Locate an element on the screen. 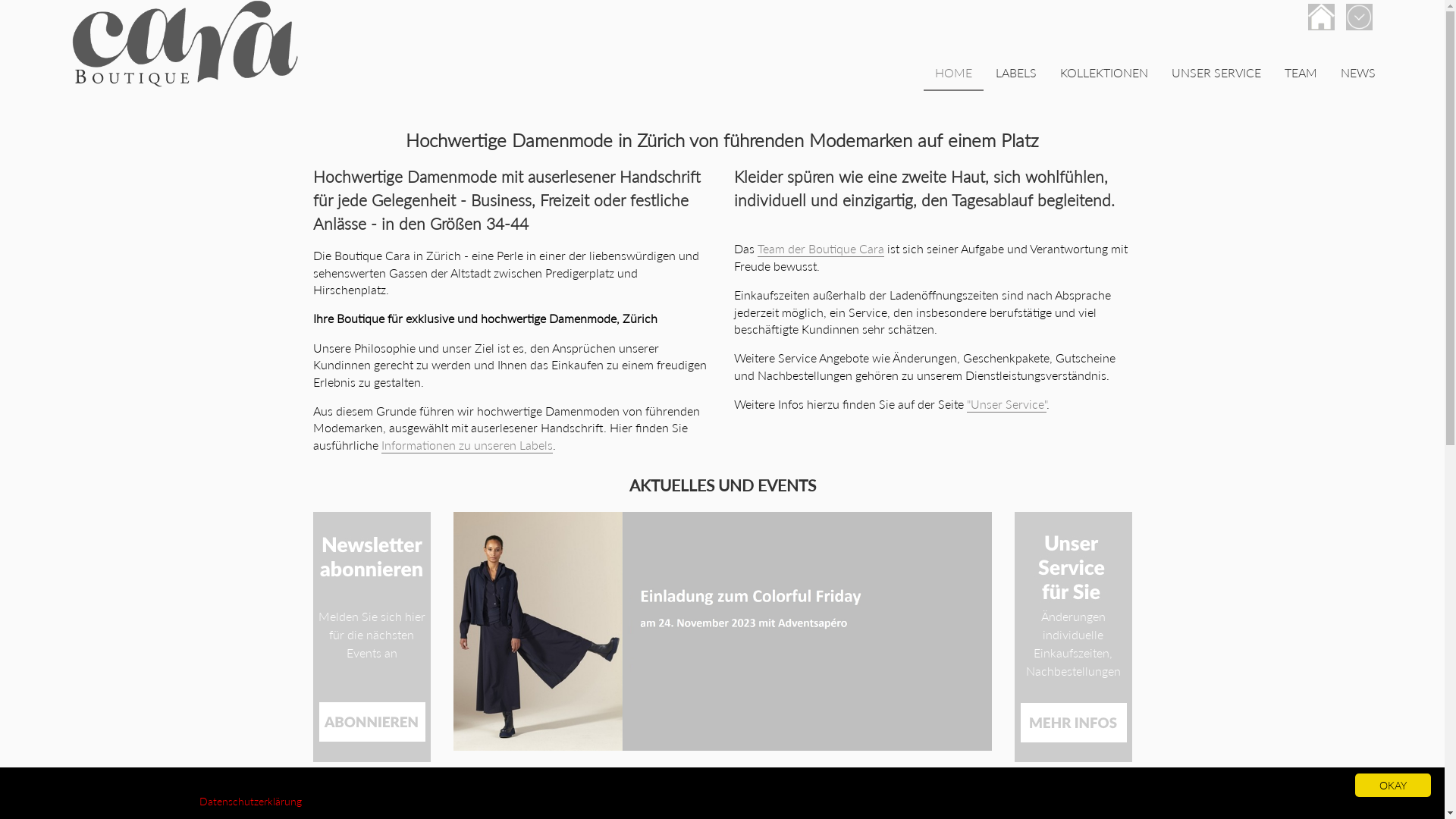 Image resolution: width=1456 pixels, height=819 pixels. '"Unser Service"' is located at coordinates (1006, 403).